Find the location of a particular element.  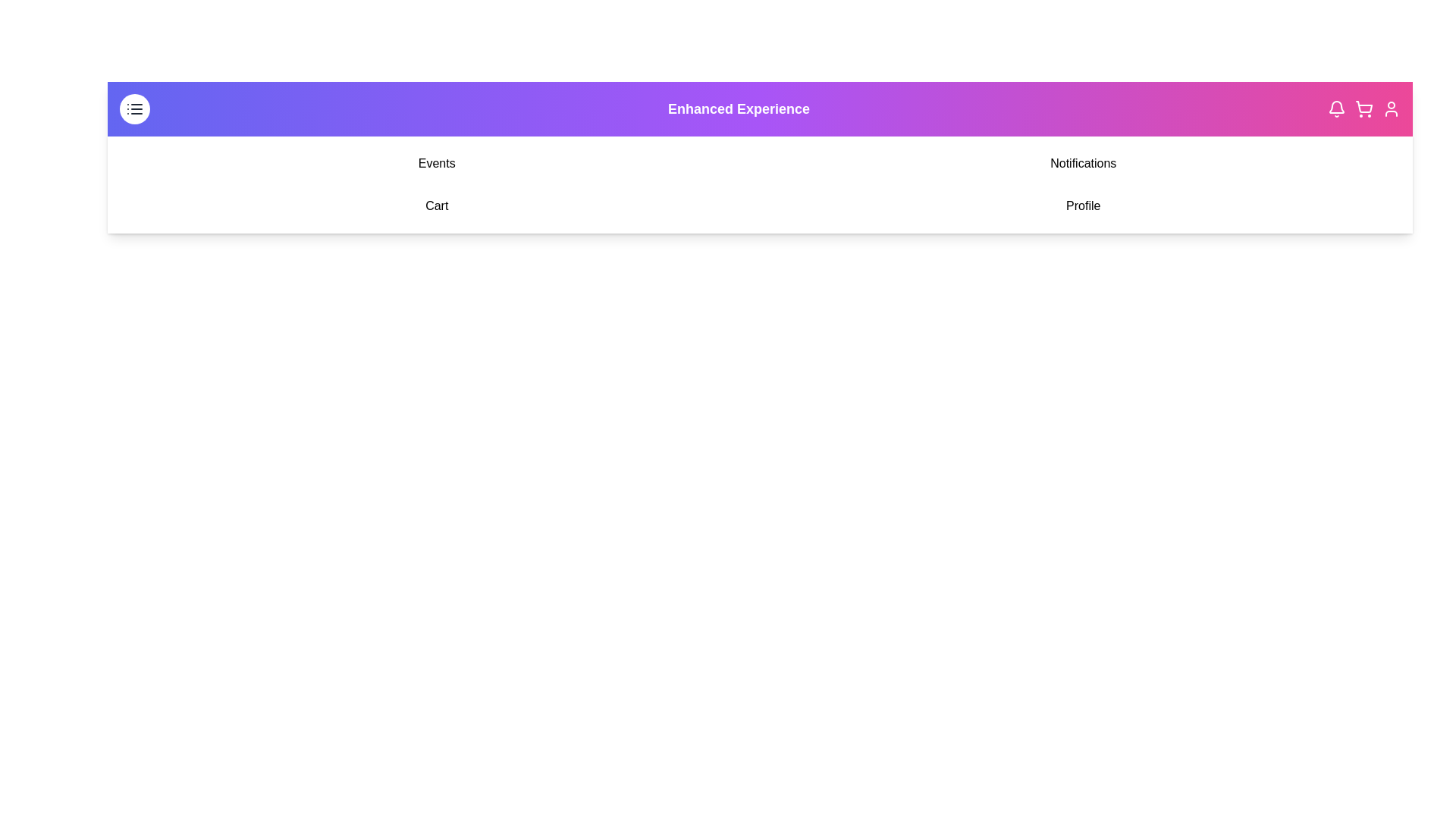

the menu toggle button to toggle the visibility of the navigation menu is located at coordinates (134, 108).